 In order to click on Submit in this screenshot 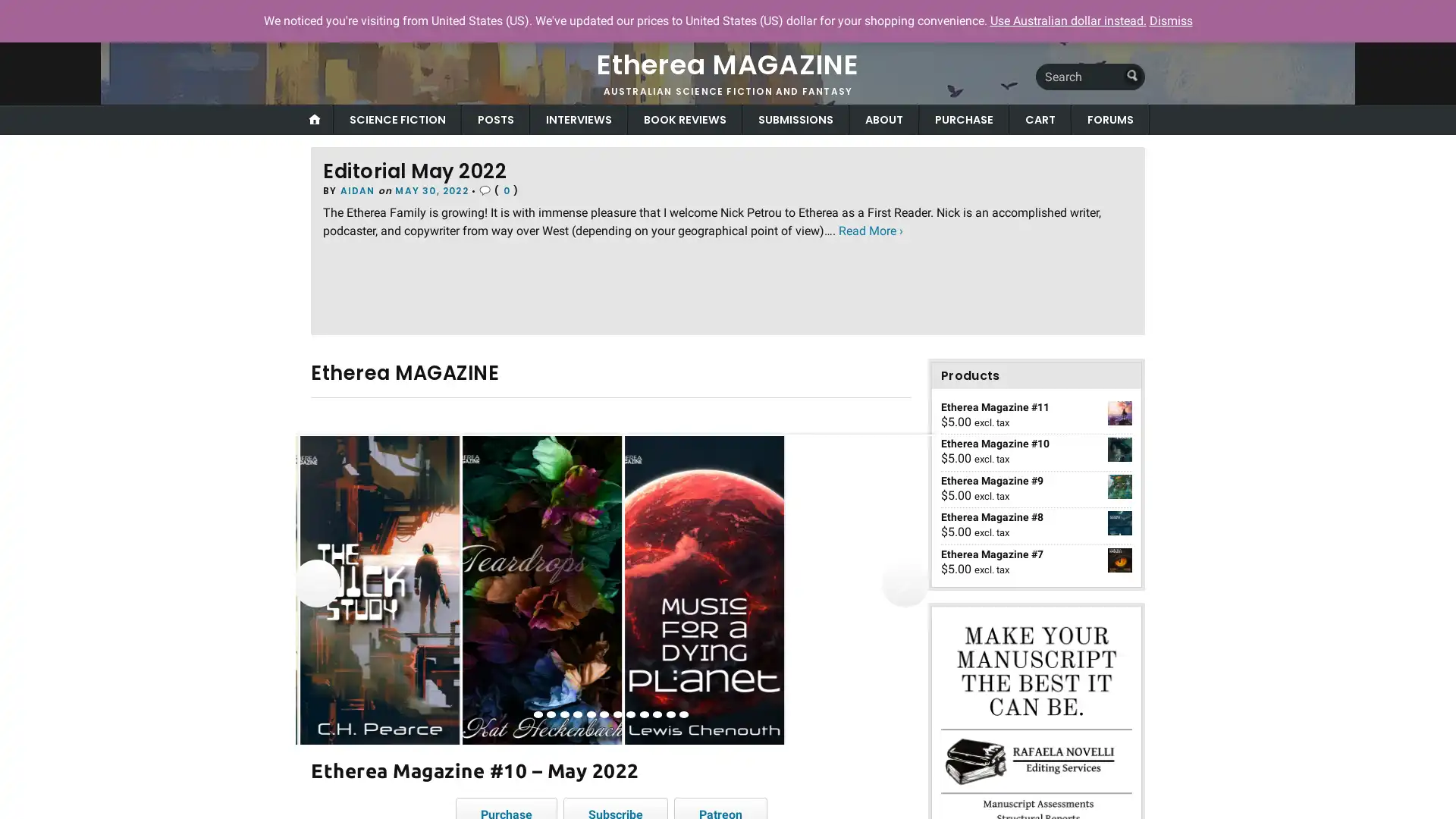, I will do `click(1132, 76)`.